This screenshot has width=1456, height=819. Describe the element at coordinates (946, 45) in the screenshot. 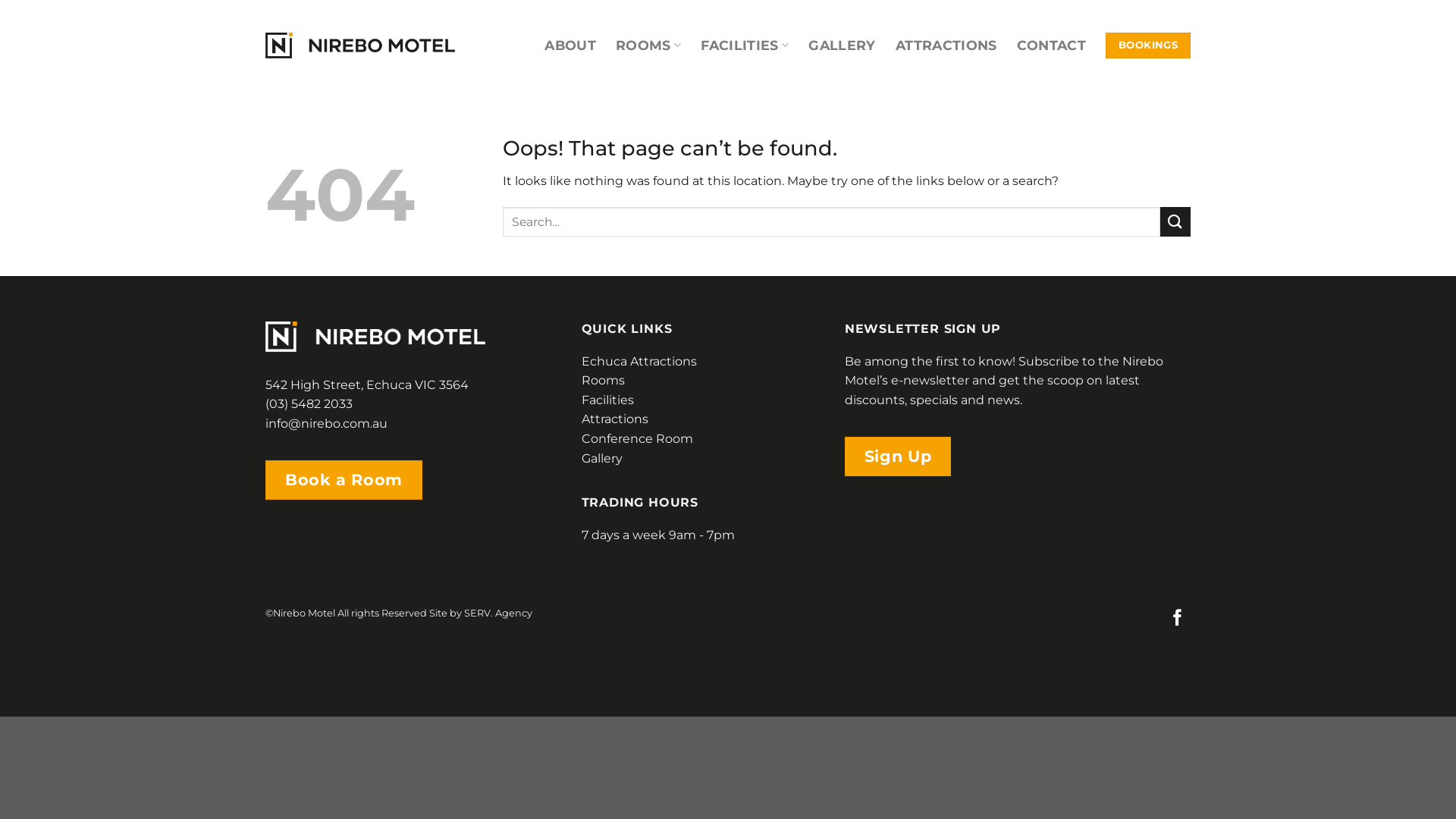

I see `'ATTRACTIONS'` at that location.